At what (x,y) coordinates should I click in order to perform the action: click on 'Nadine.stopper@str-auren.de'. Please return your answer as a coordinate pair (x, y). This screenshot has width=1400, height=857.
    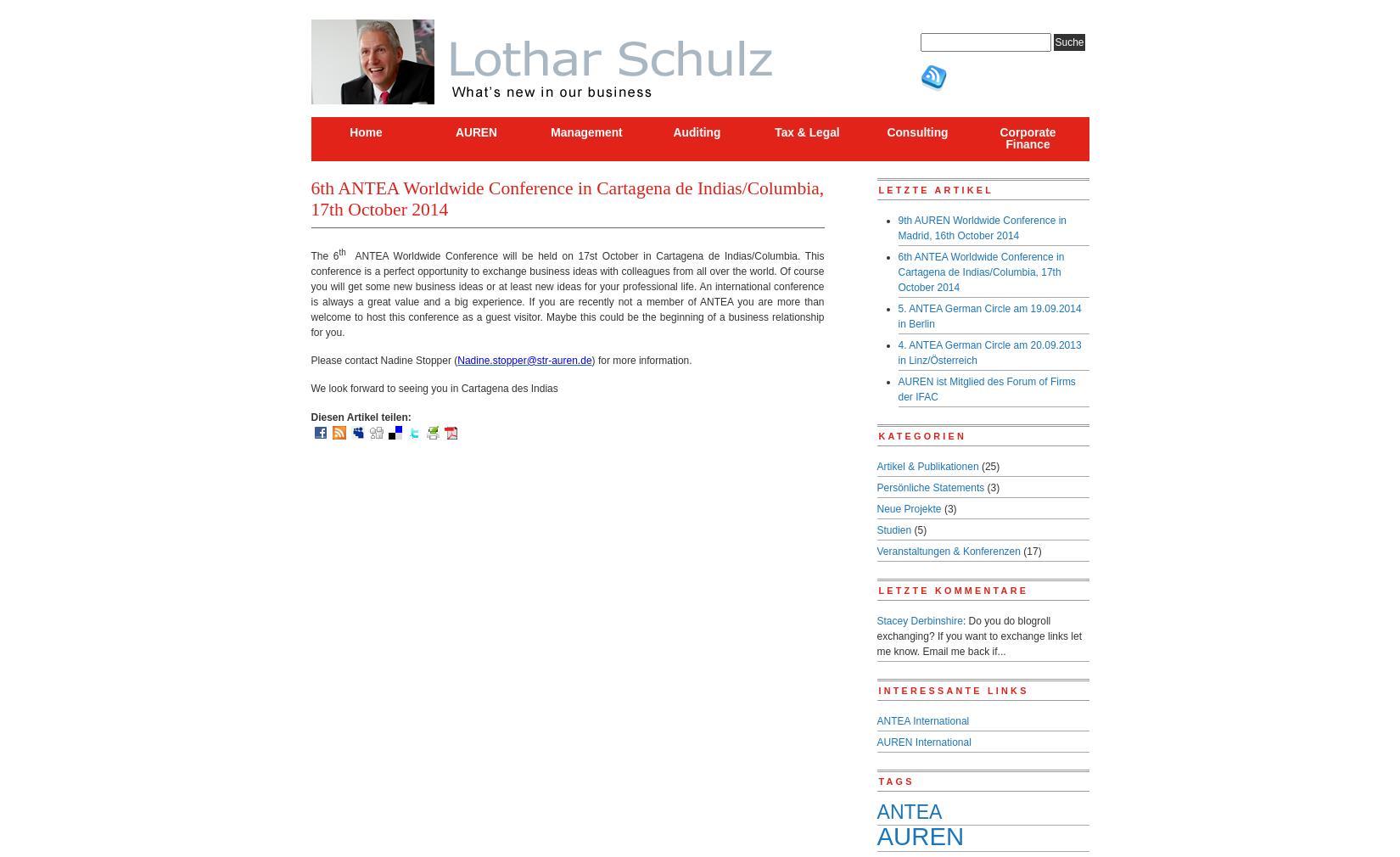
    Looking at the image, I should click on (456, 359).